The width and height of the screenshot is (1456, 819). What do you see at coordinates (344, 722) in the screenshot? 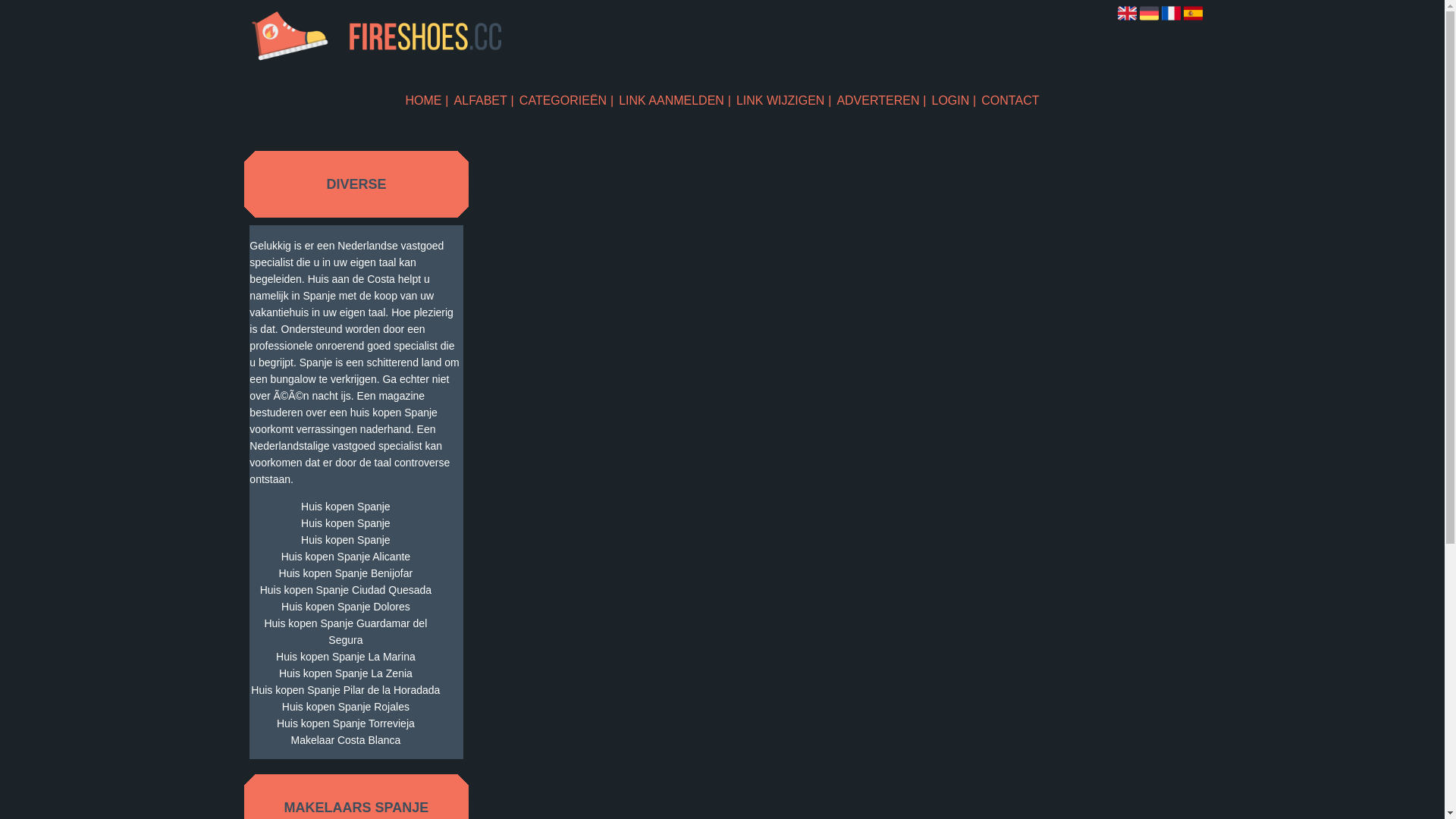
I see `'Huis kopen Spanje Torrevieja'` at bounding box center [344, 722].